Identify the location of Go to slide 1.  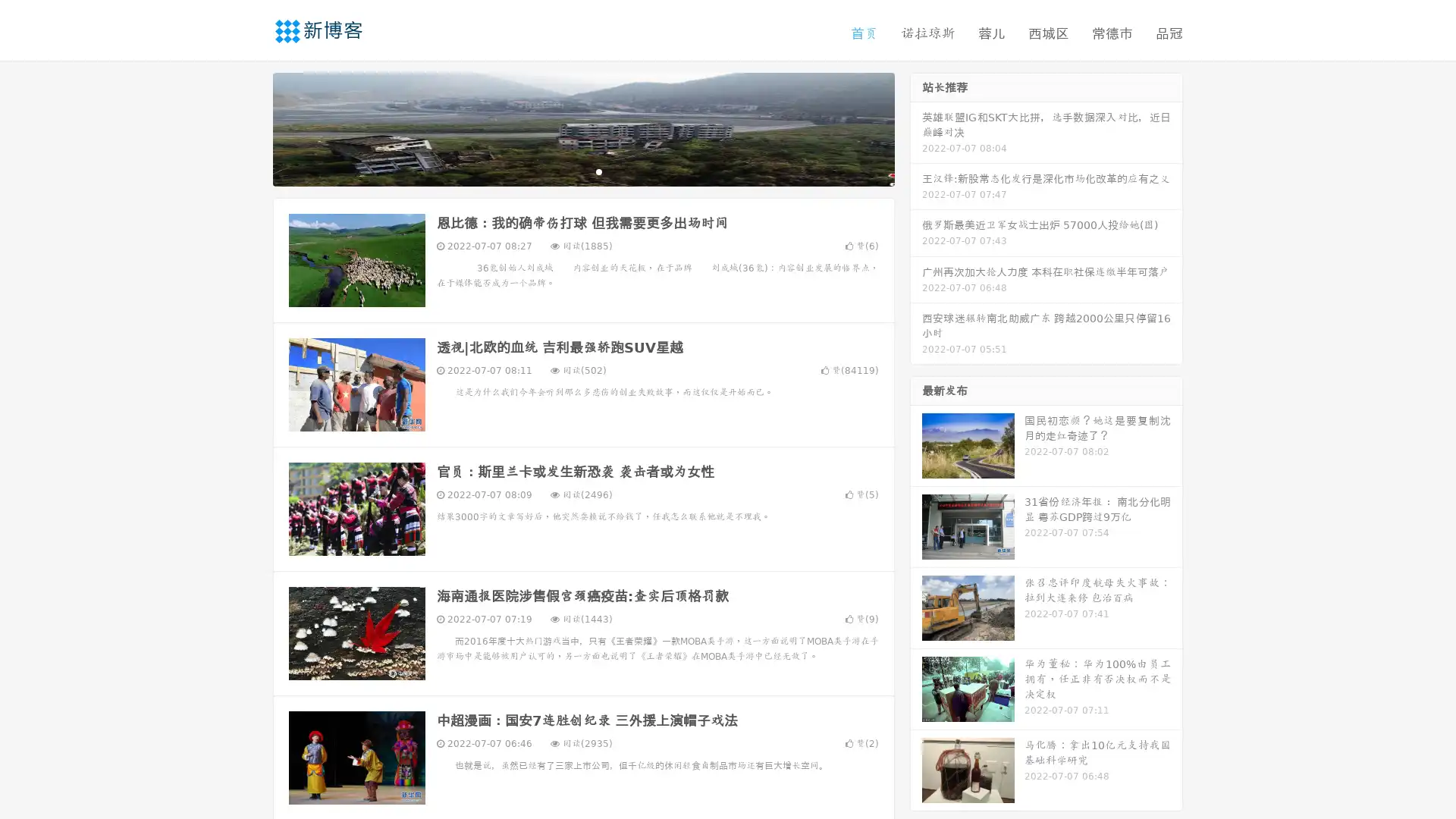
(567, 171).